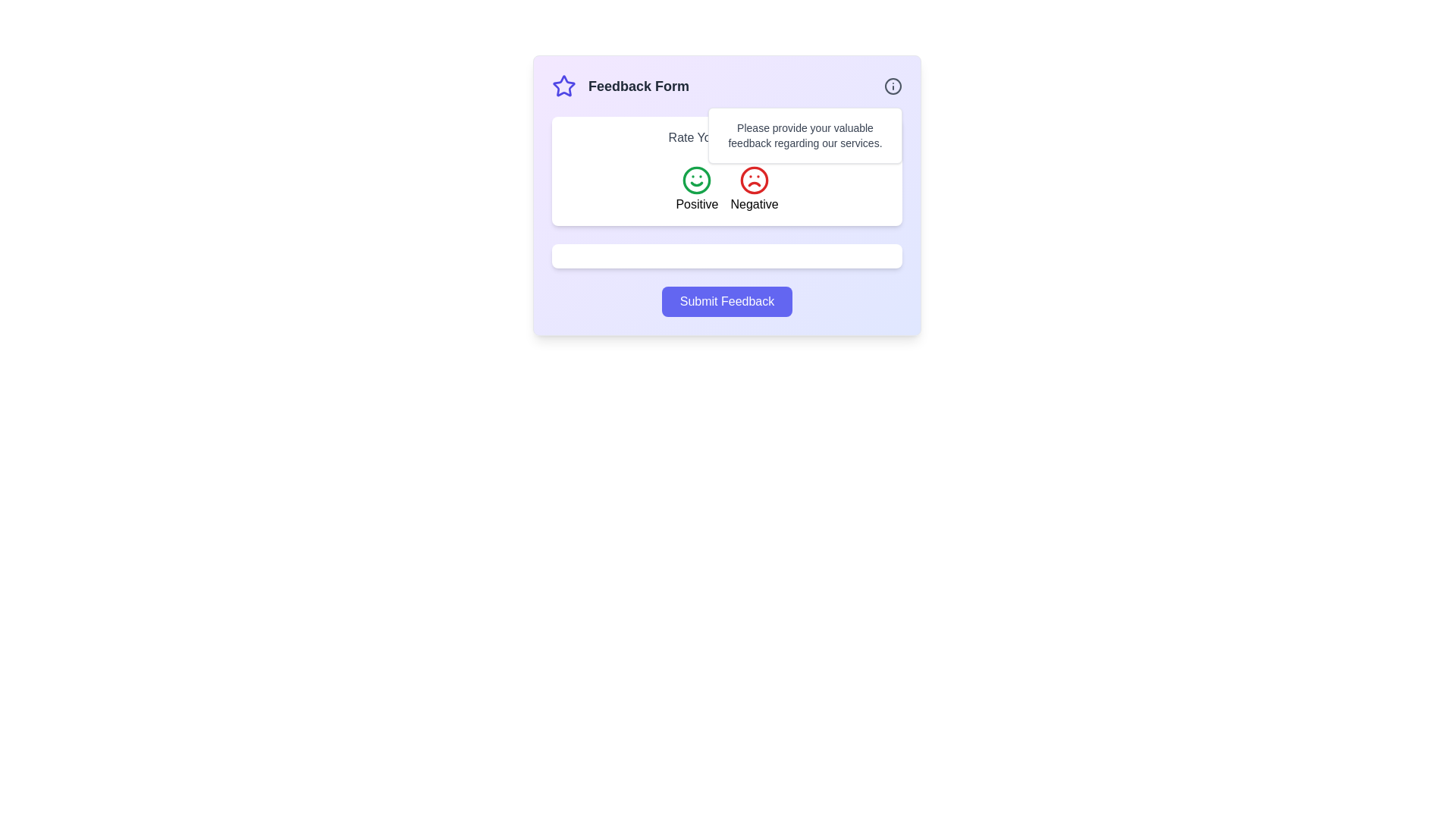 The width and height of the screenshot is (1456, 819). I want to click on the circular green smiley face icon representing a button for feedback, located in the 'Rate Your Experience' section of the feedback form, so click(696, 180).